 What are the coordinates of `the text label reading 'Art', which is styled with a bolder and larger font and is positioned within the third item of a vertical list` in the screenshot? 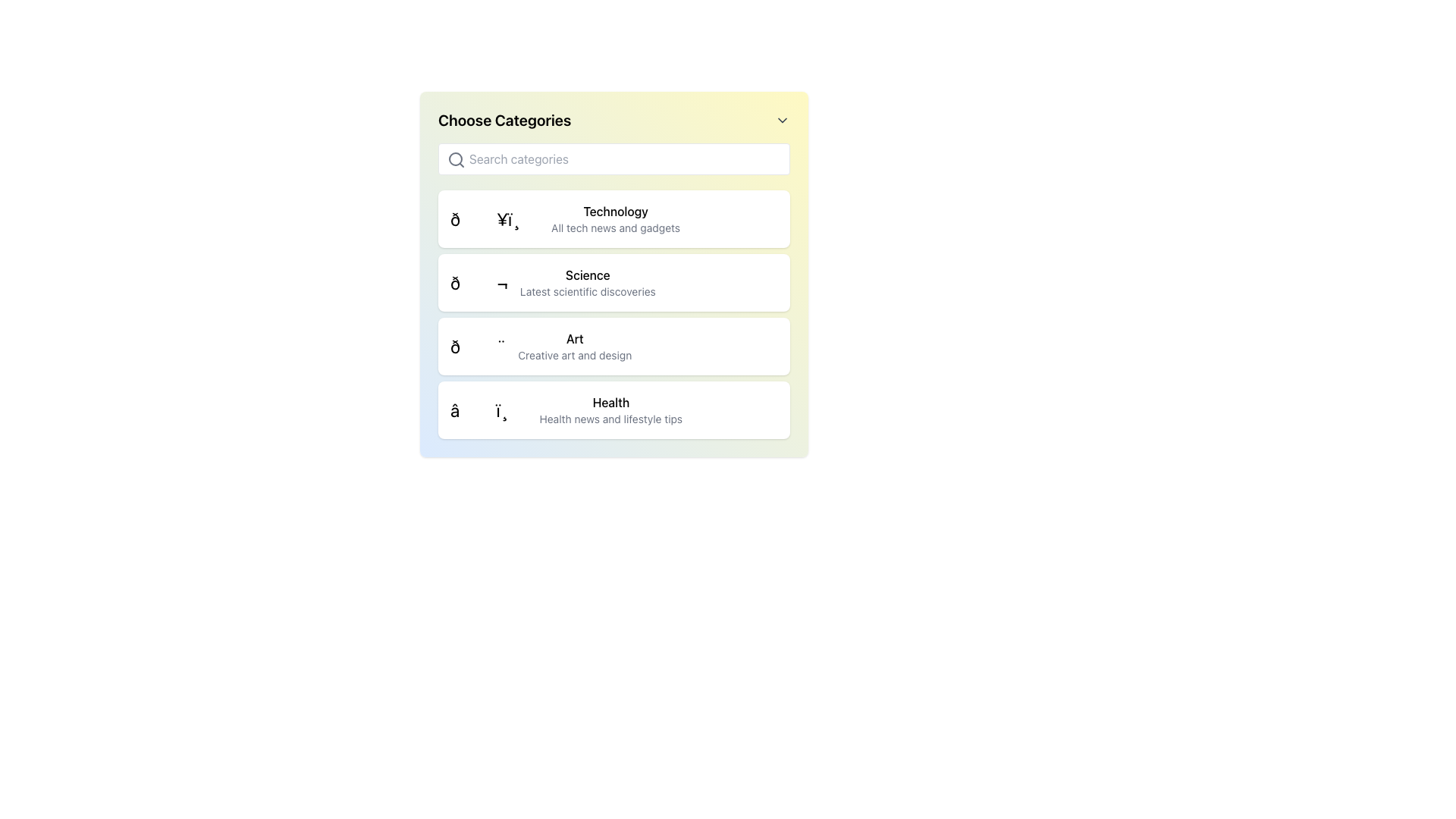 It's located at (574, 338).